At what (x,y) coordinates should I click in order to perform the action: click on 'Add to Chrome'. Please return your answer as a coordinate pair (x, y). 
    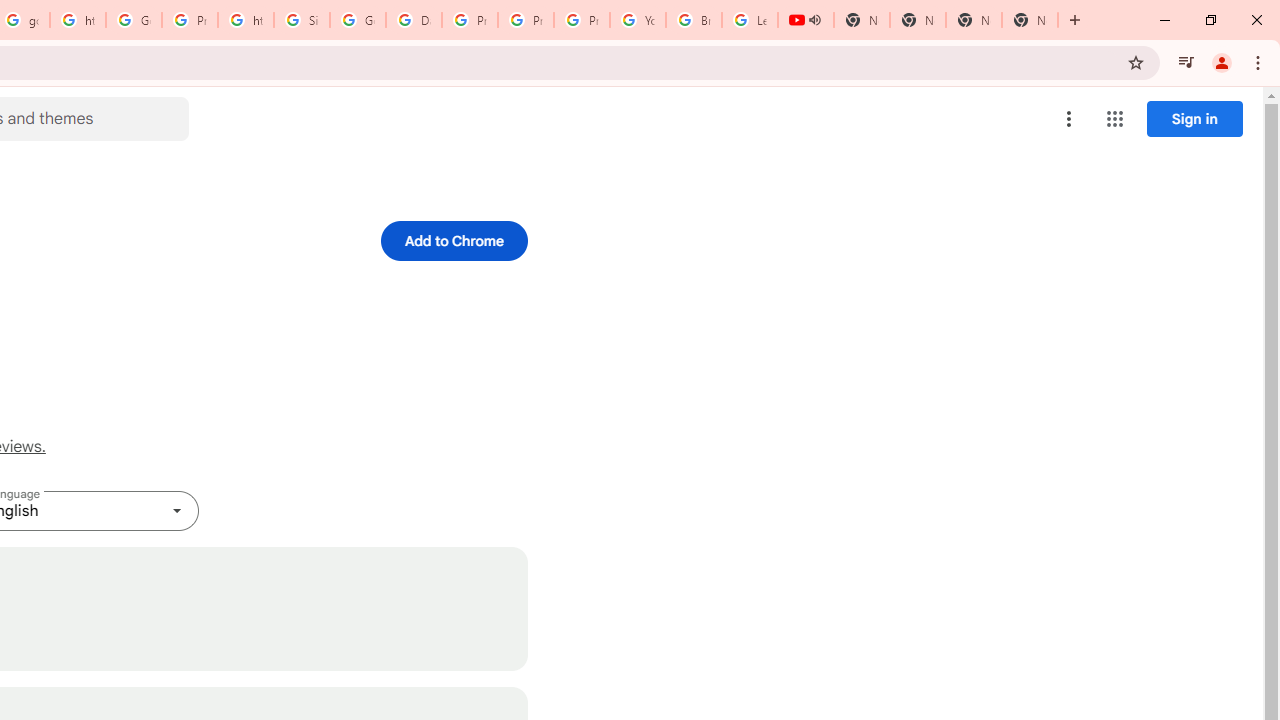
    Looking at the image, I should click on (452, 239).